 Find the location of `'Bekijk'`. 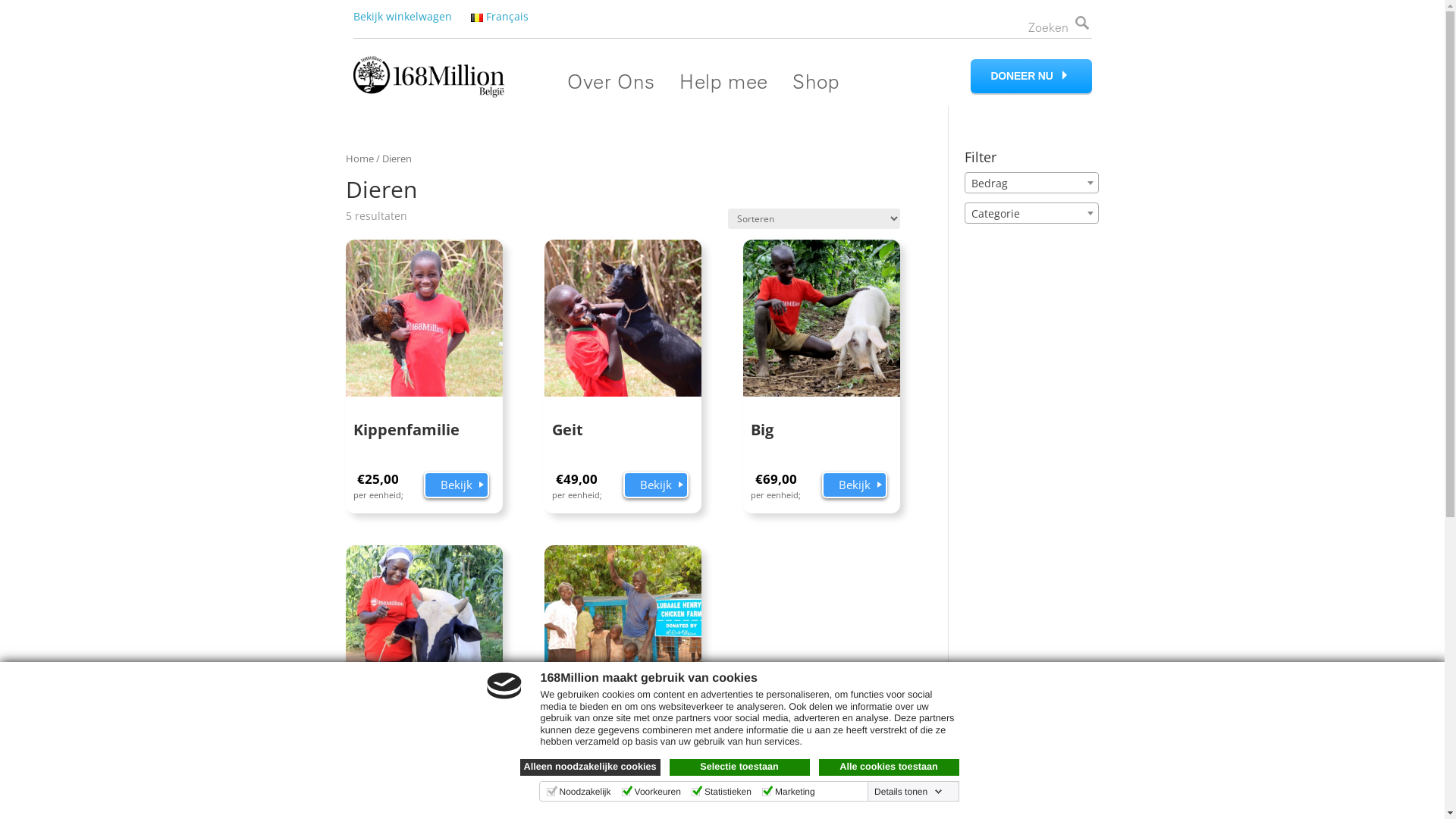

'Bekijk' is located at coordinates (455, 789).